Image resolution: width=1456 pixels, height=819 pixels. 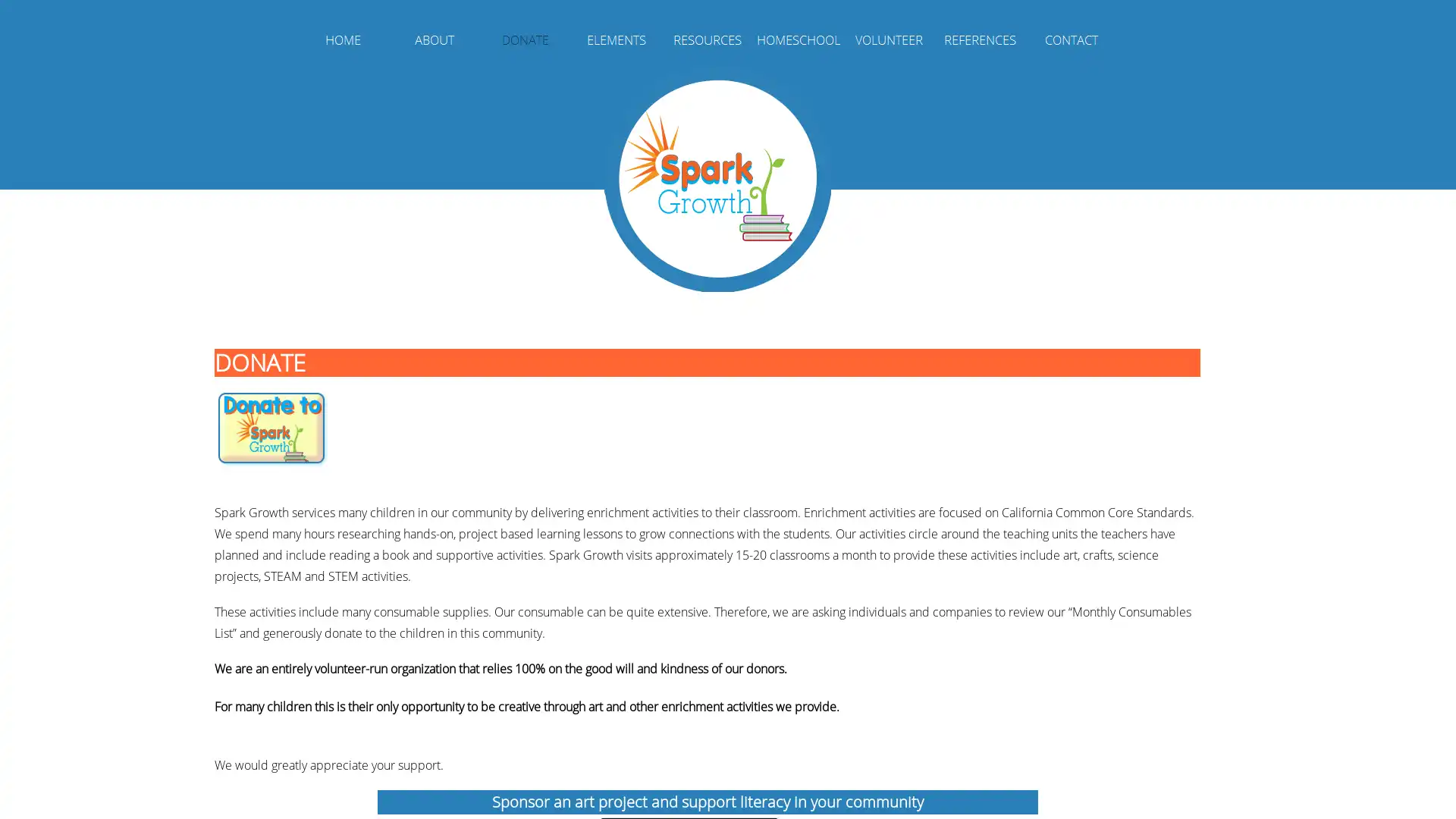 I want to click on Donate with PayPal button, so click(x=271, y=429).